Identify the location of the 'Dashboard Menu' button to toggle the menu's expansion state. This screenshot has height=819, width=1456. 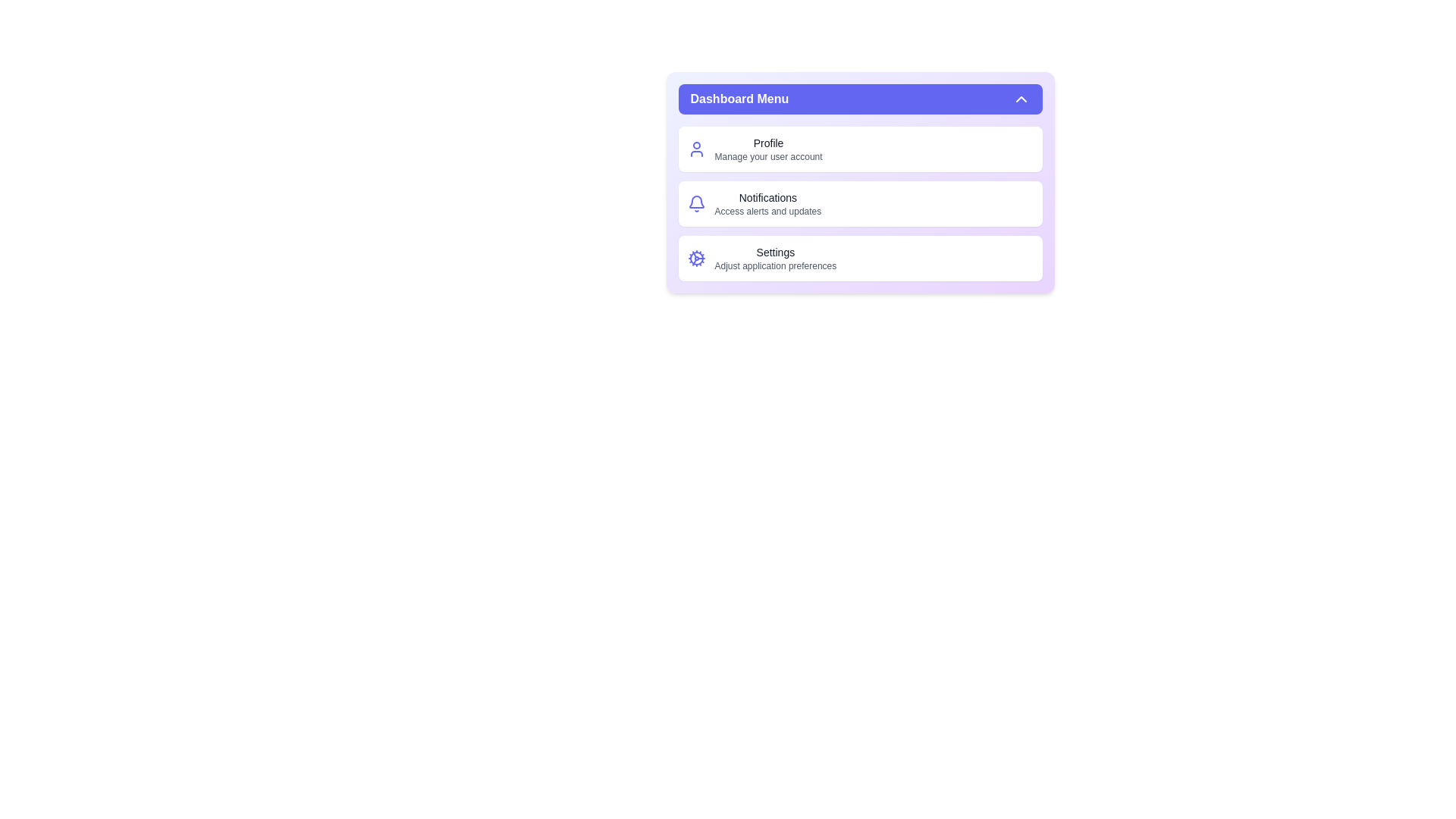
(860, 99).